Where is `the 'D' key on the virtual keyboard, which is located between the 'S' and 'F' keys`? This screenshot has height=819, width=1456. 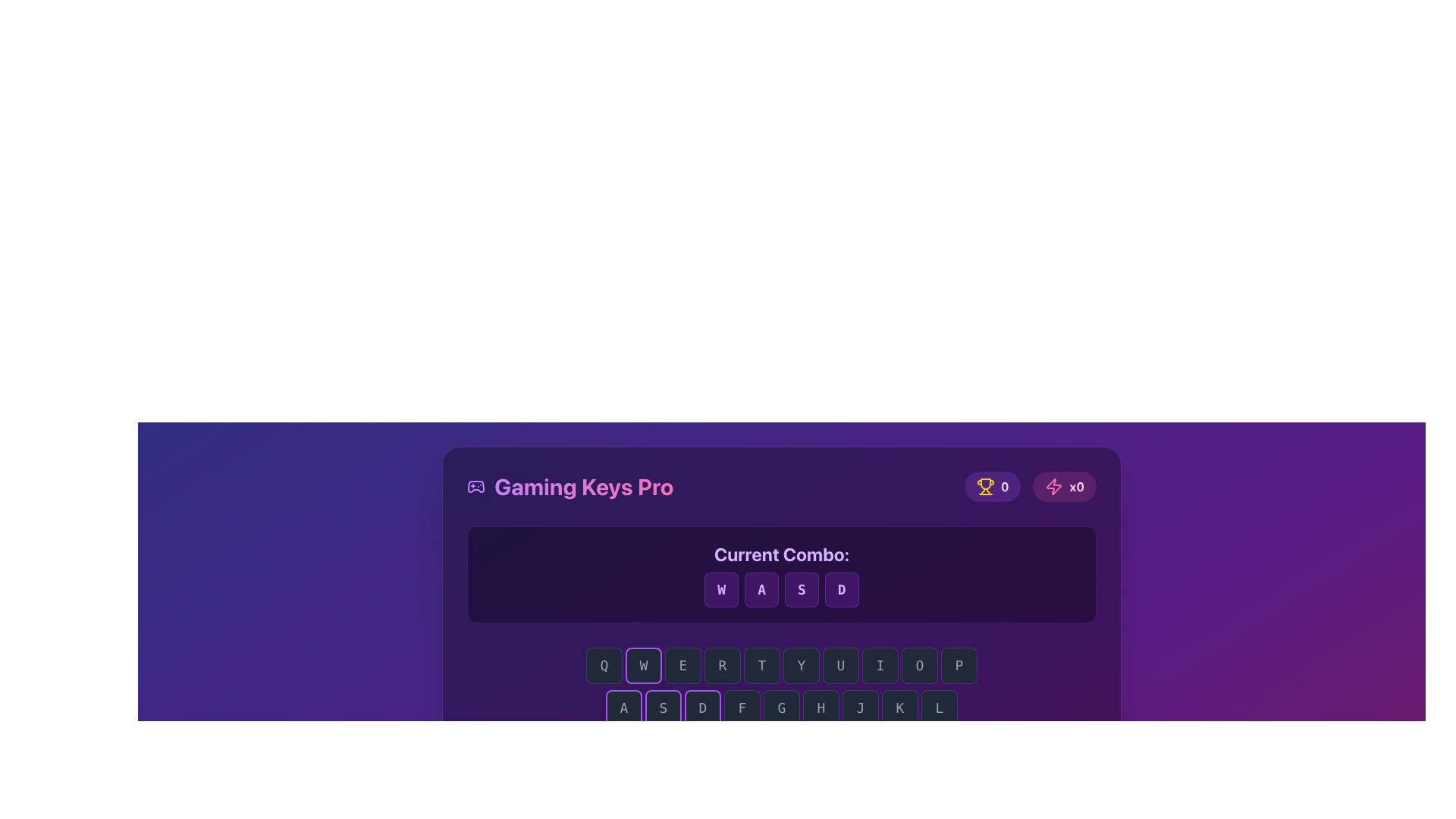
the 'D' key on the virtual keyboard, which is located between the 'S' and 'F' keys is located at coordinates (701, 708).